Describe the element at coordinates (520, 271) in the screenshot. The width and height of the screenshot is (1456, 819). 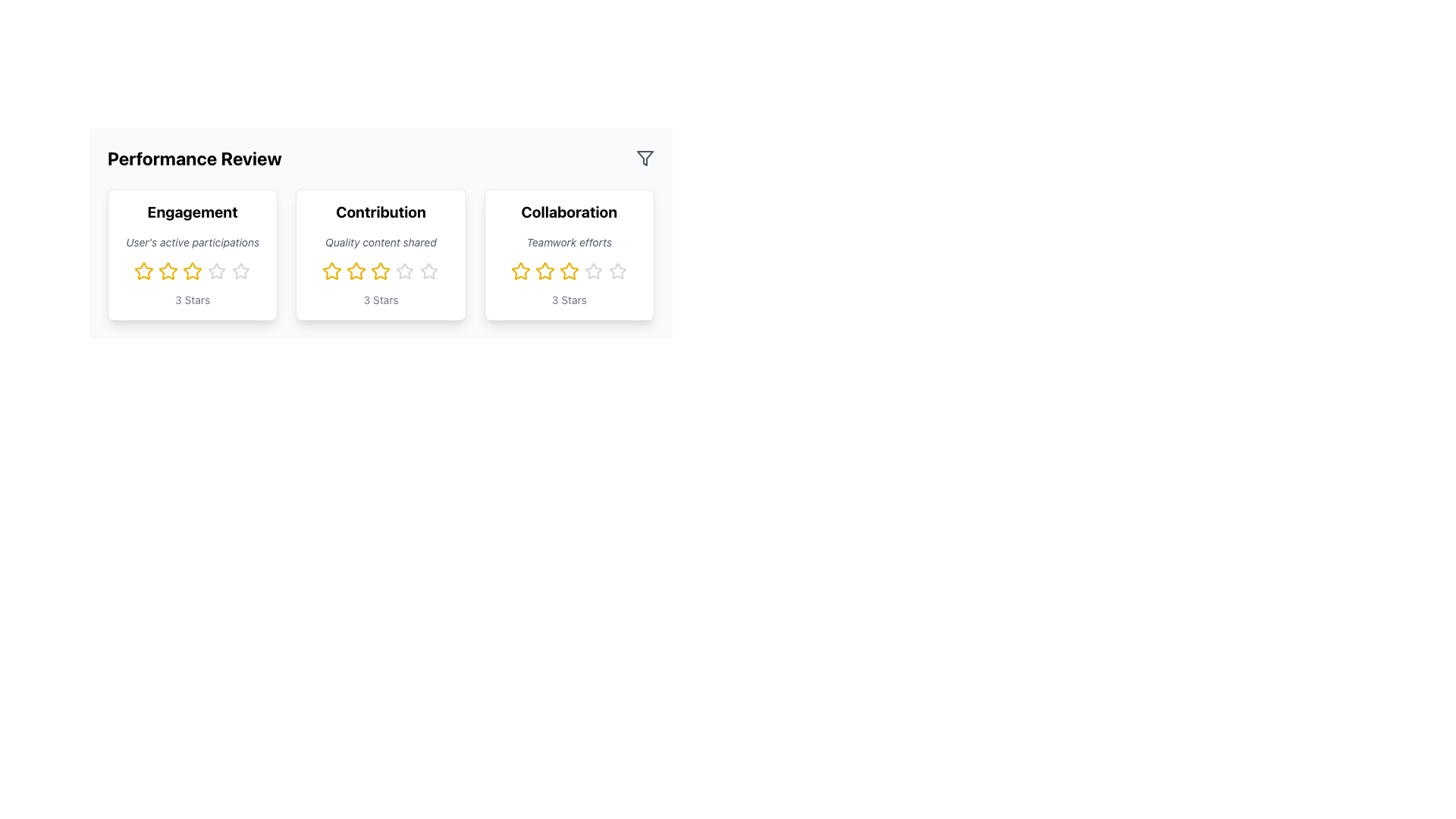
I see `the first star icon in the 5-star rating system for the 'Collaboration' category` at that location.